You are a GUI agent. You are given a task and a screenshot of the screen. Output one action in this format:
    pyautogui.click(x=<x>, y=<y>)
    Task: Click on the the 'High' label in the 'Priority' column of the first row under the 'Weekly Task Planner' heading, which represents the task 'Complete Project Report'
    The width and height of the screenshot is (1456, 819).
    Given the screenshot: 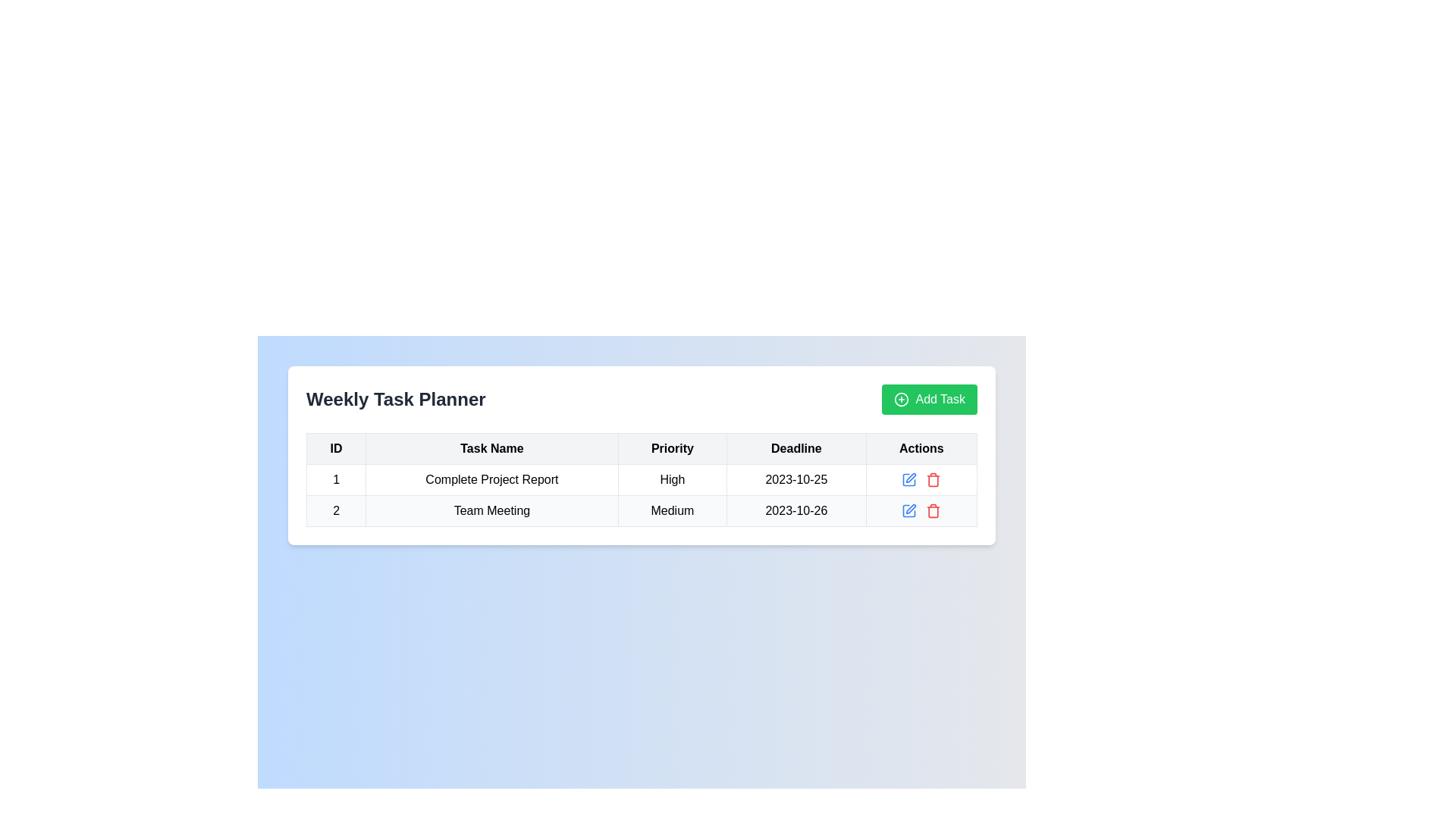 What is the action you would take?
    pyautogui.click(x=671, y=479)
    